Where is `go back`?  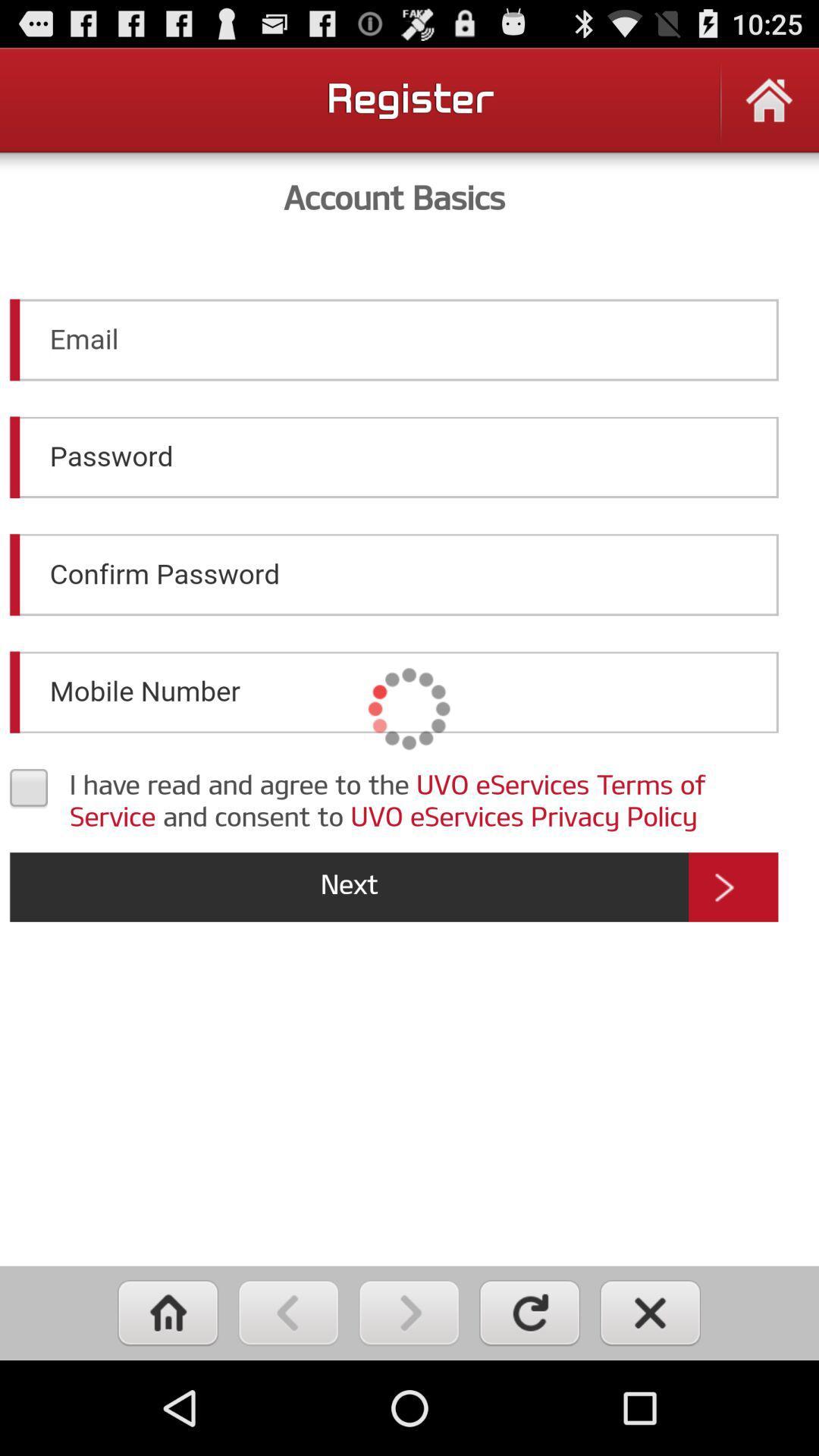 go back is located at coordinates (288, 1312).